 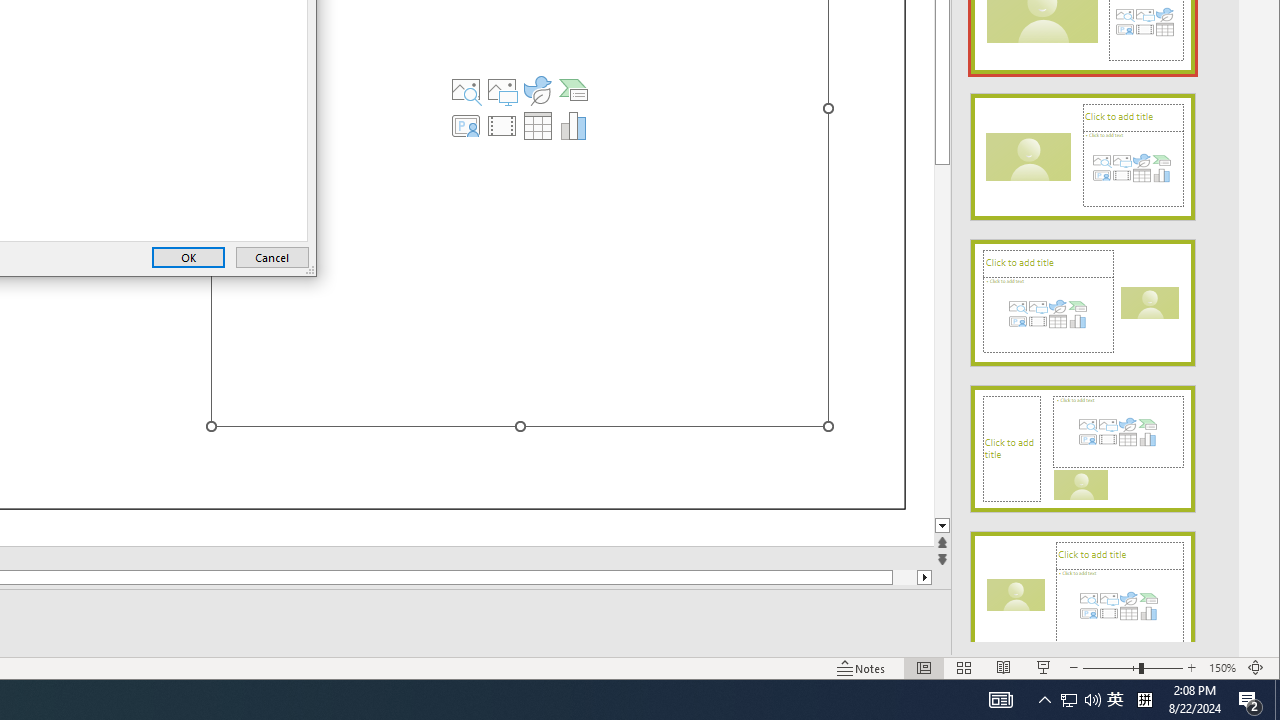 What do you see at coordinates (1000, 698) in the screenshot?
I see `'AutomationID: 4105'` at bounding box center [1000, 698].